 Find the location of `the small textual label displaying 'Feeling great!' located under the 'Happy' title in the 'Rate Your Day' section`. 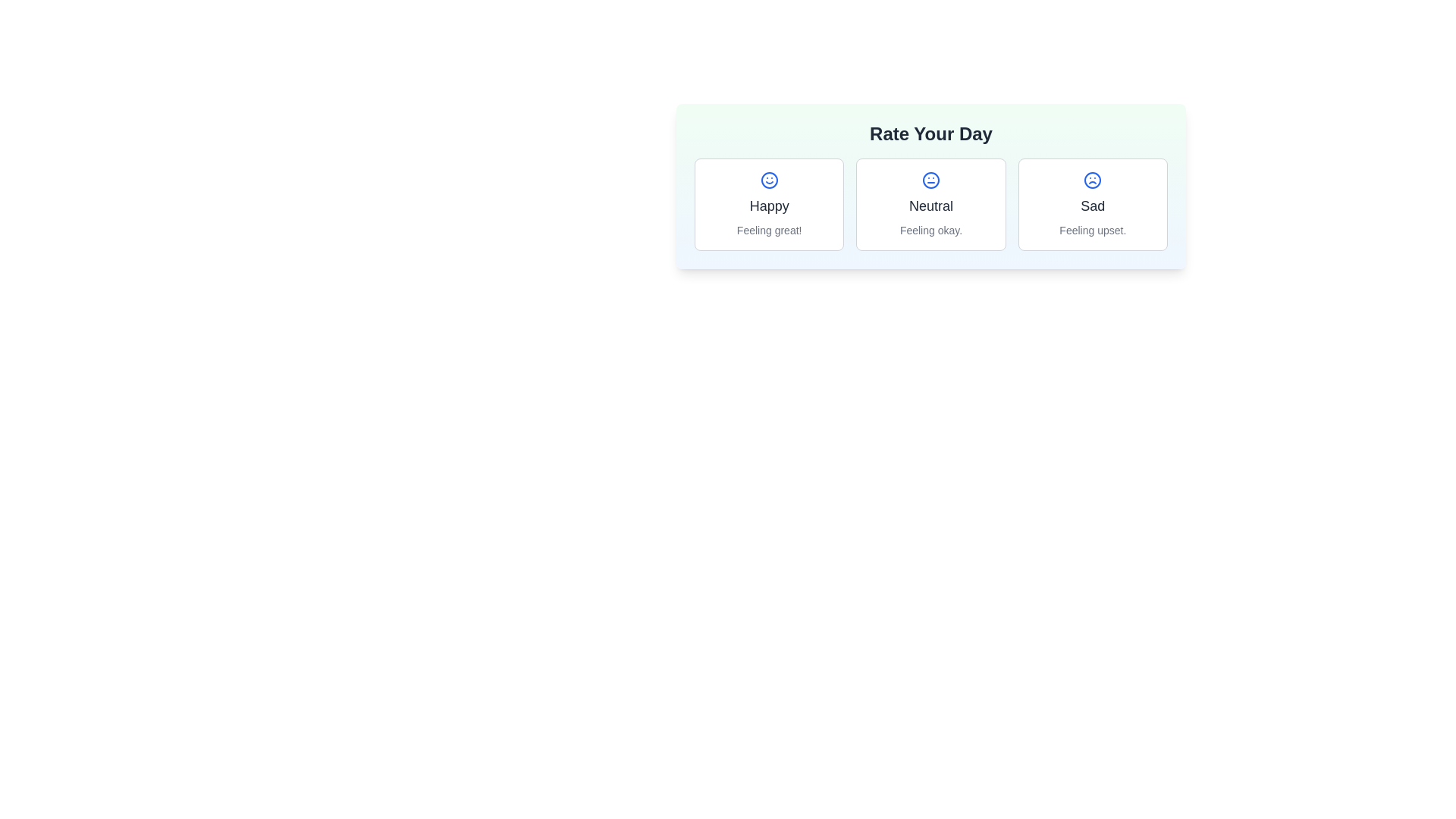

the small textual label displaying 'Feeling great!' located under the 'Happy' title in the 'Rate Your Day' section is located at coordinates (769, 231).